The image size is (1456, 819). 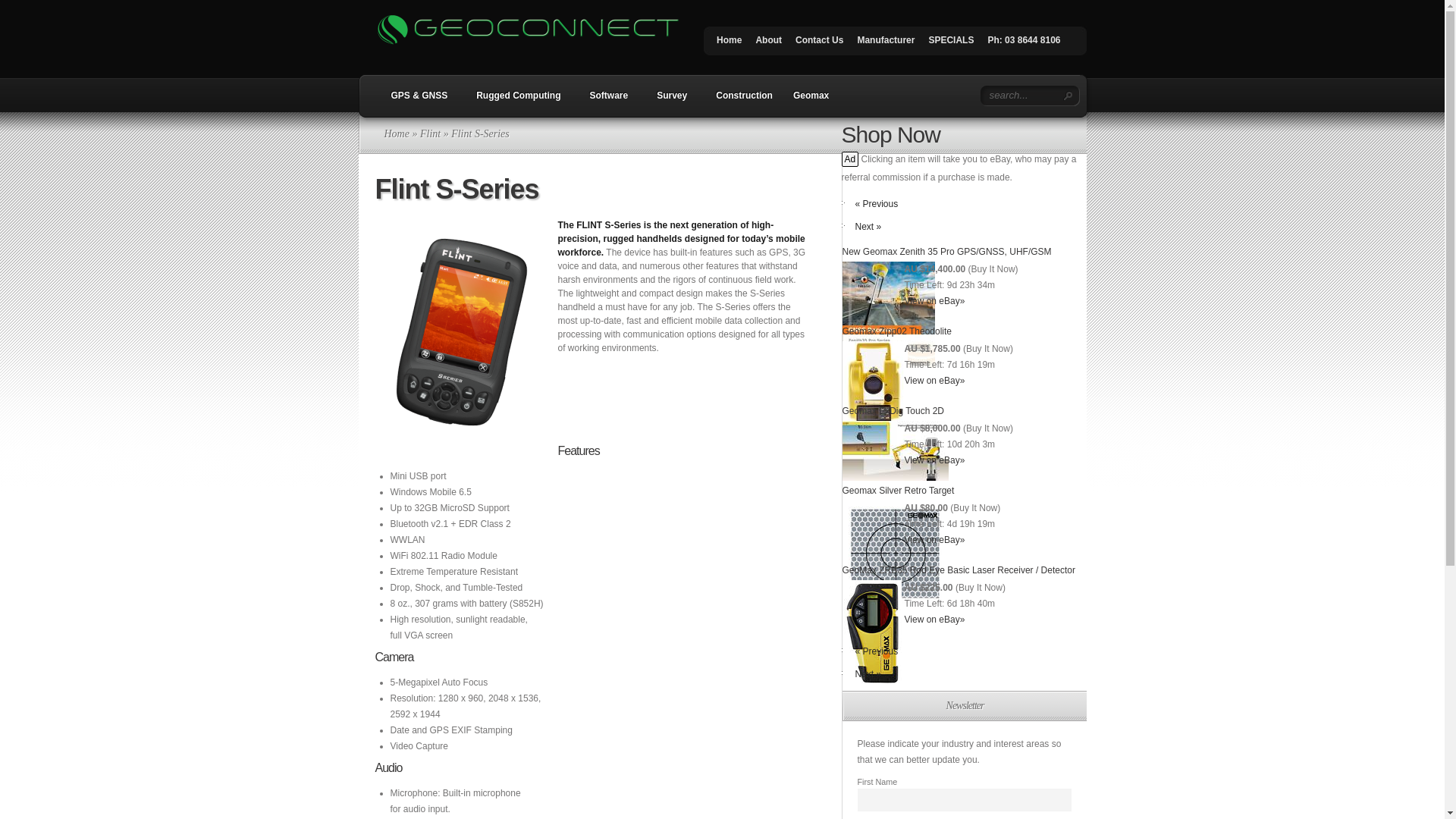 What do you see at coordinates (896, 330) in the screenshot?
I see `'Geomax Zipp02 Theodolite'` at bounding box center [896, 330].